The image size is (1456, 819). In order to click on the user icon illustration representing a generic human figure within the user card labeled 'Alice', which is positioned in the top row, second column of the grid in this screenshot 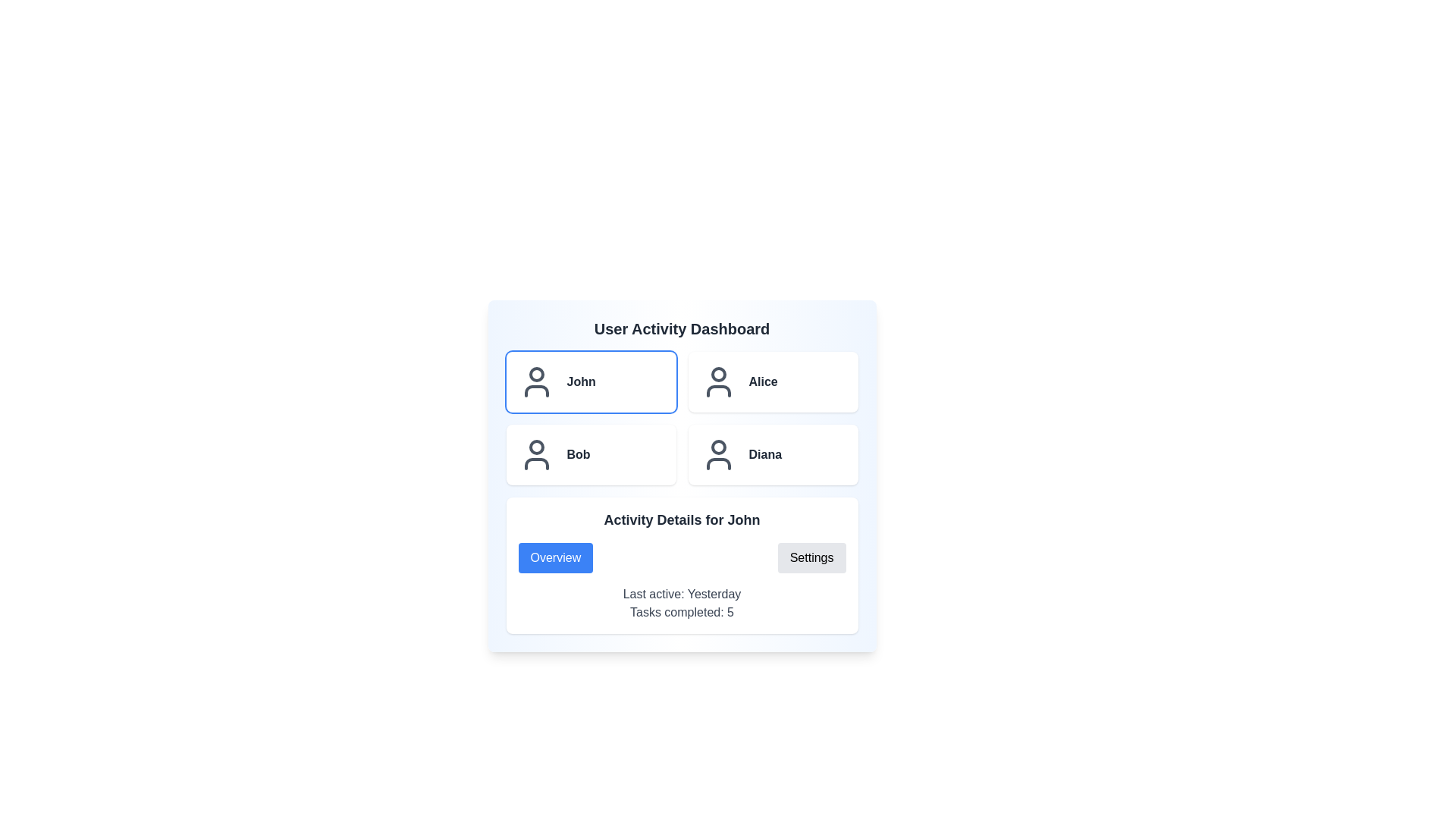, I will do `click(717, 381)`.